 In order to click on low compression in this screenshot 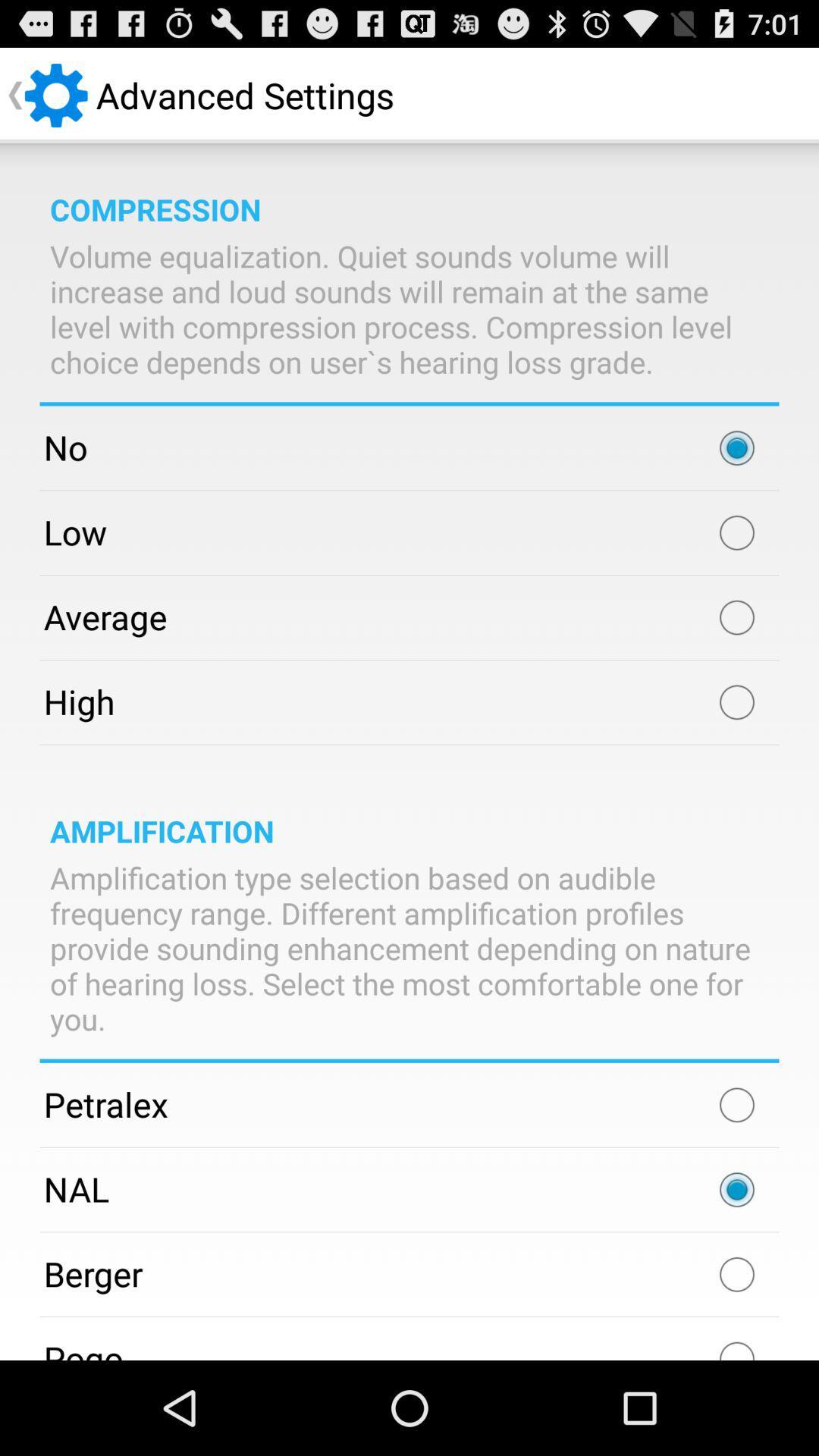, I will do `click(736, 532)`.